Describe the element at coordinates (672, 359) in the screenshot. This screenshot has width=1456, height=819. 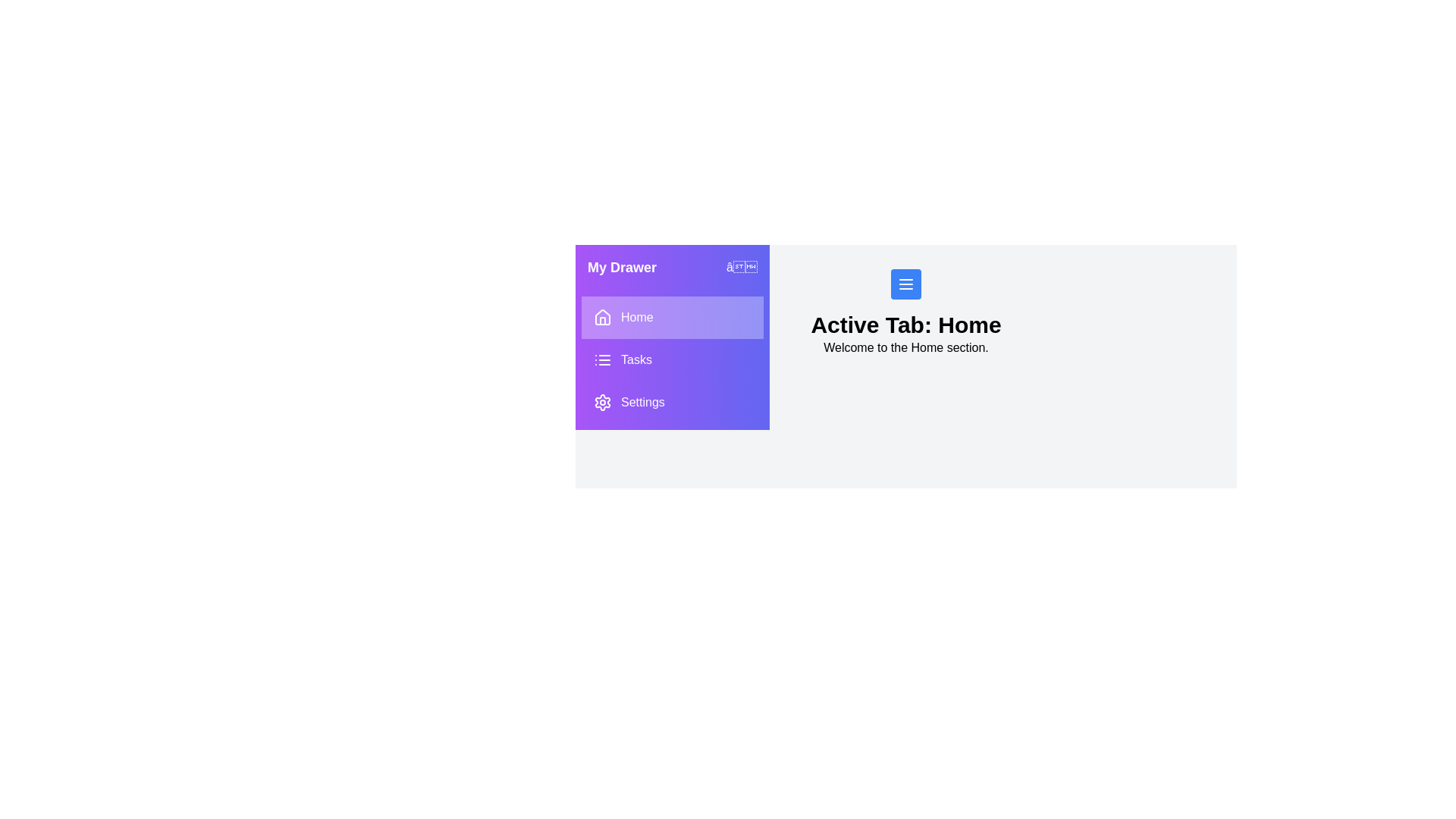
I see `the tab Tasks from the drawer menu` at that location.